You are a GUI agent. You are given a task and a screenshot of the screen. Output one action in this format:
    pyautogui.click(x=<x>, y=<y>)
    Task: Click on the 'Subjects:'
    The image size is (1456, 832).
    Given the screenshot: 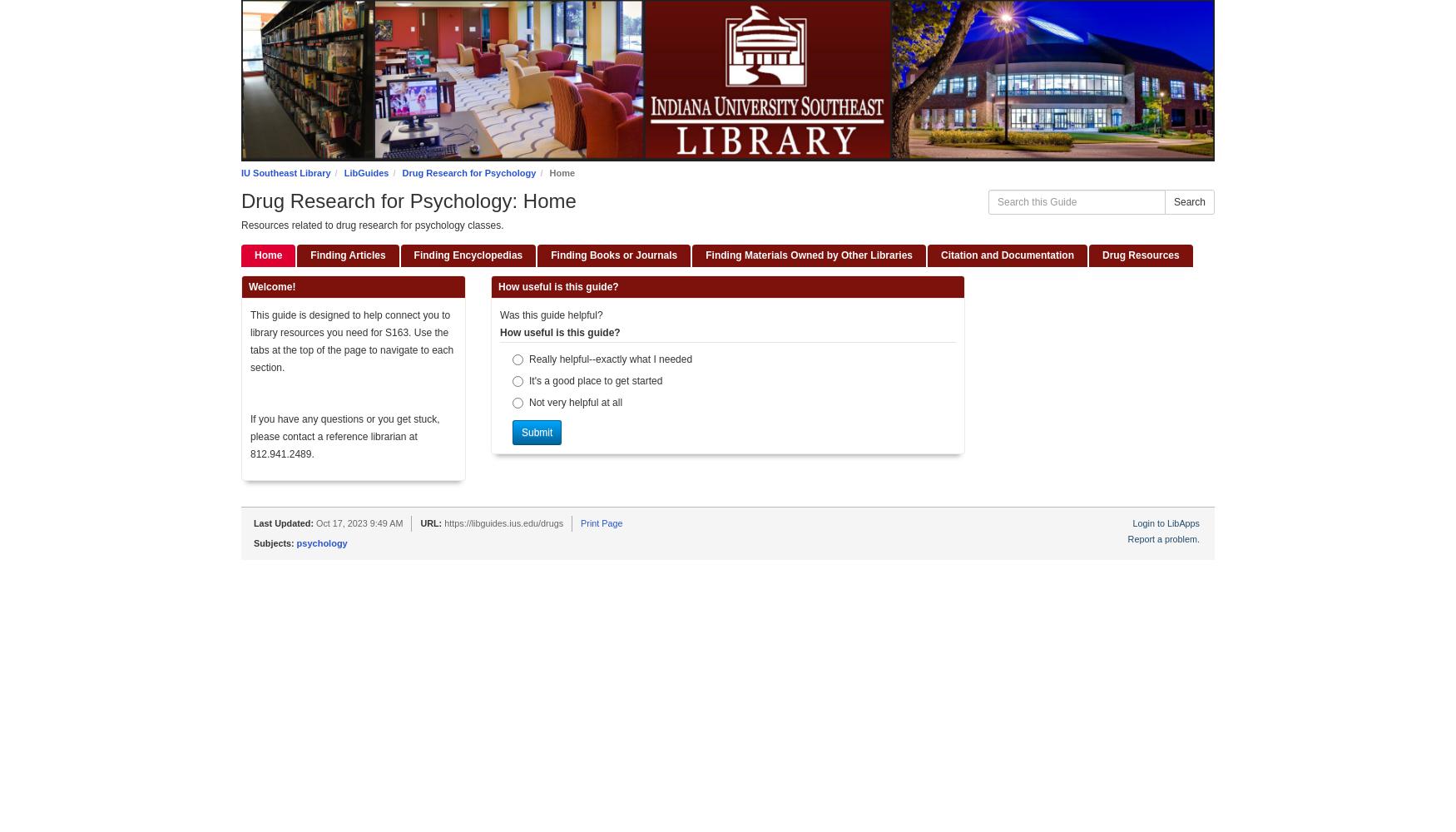 What is the action you would take?
    pyautogui.click(x=275, y=543)
    